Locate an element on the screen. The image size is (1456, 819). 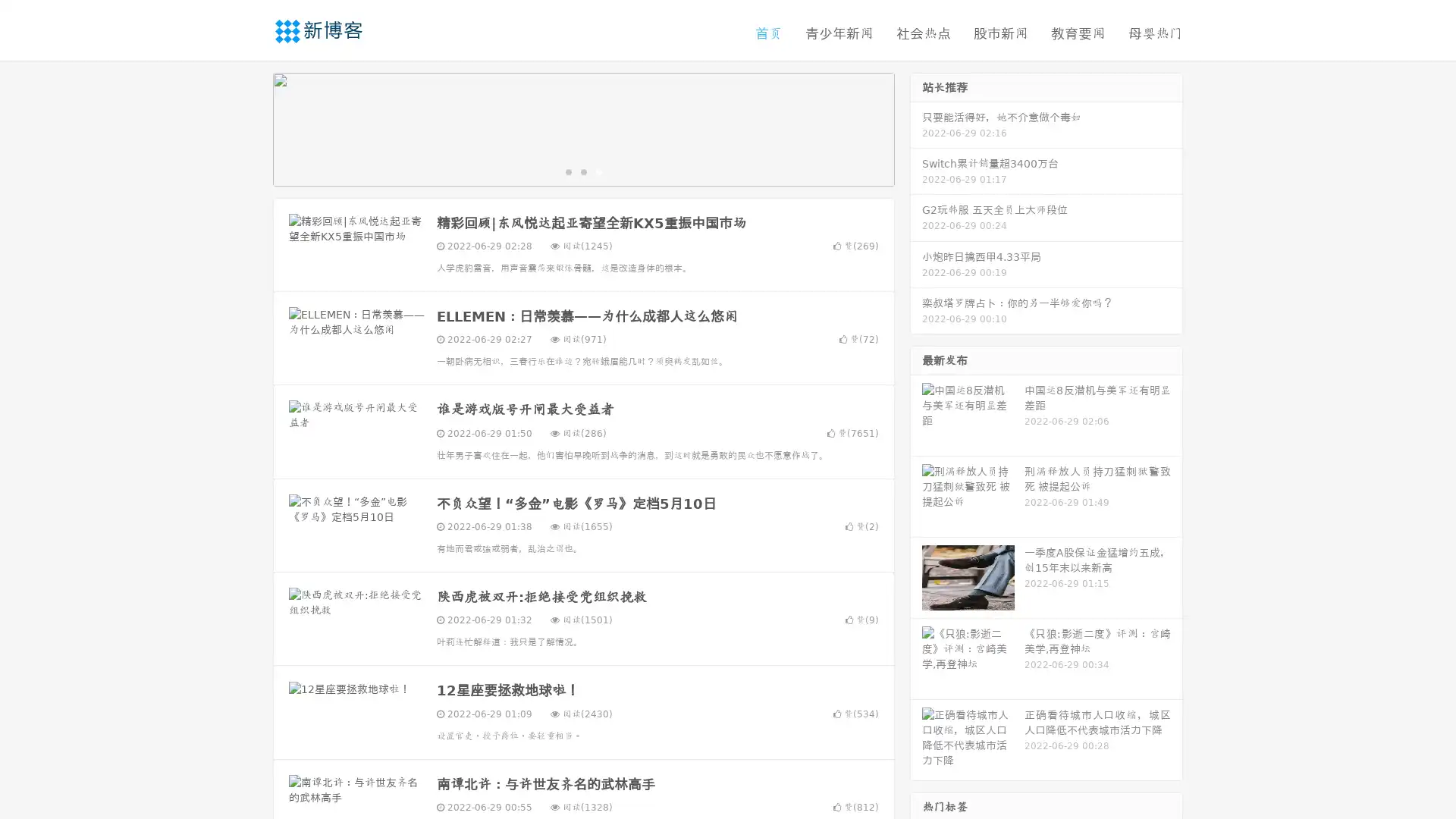
Next slide is located at coordinates (916, 127).